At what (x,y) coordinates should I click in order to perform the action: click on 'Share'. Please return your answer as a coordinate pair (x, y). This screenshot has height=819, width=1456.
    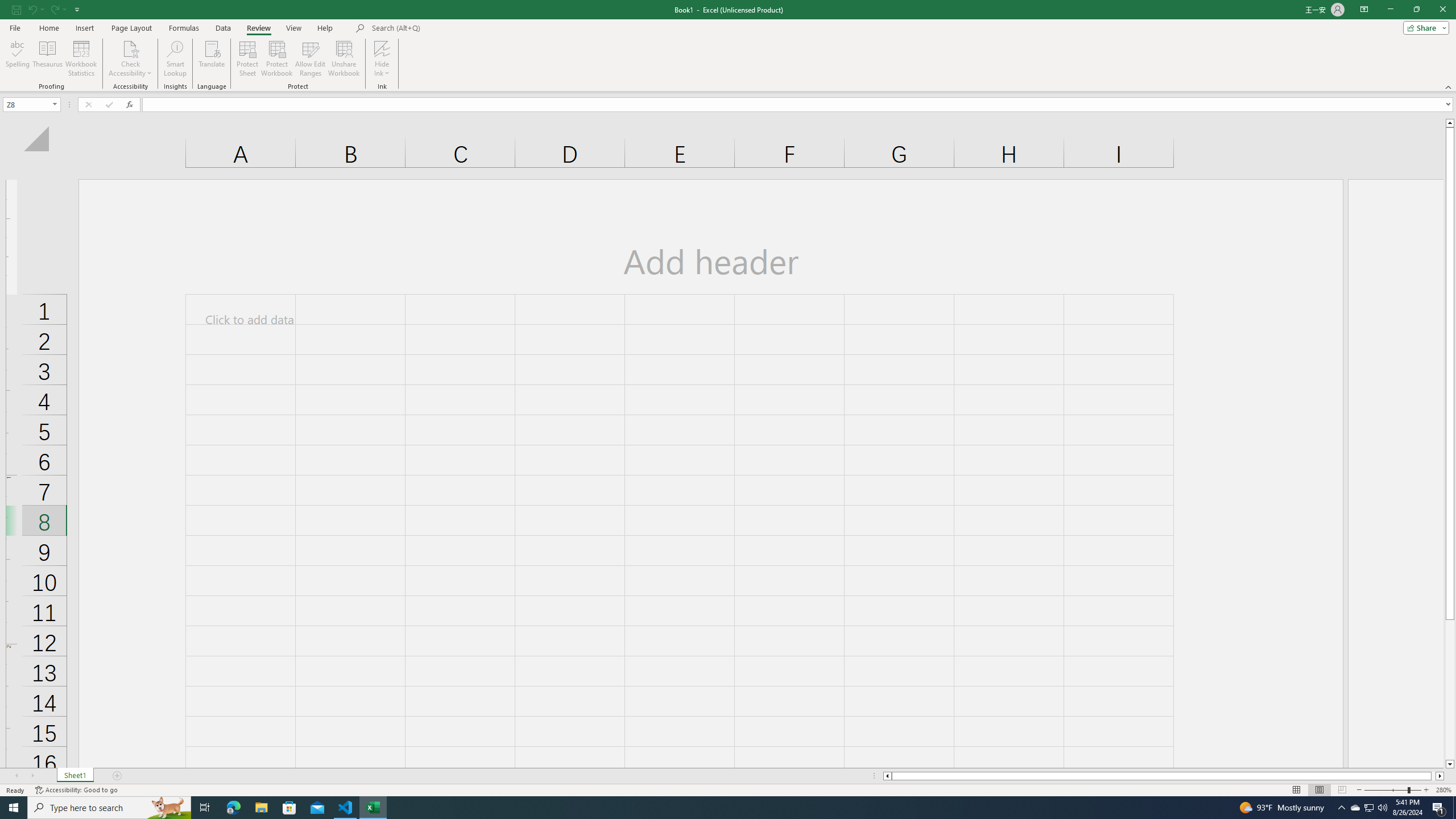
    Looking at the image, I should click on (1423, 27).